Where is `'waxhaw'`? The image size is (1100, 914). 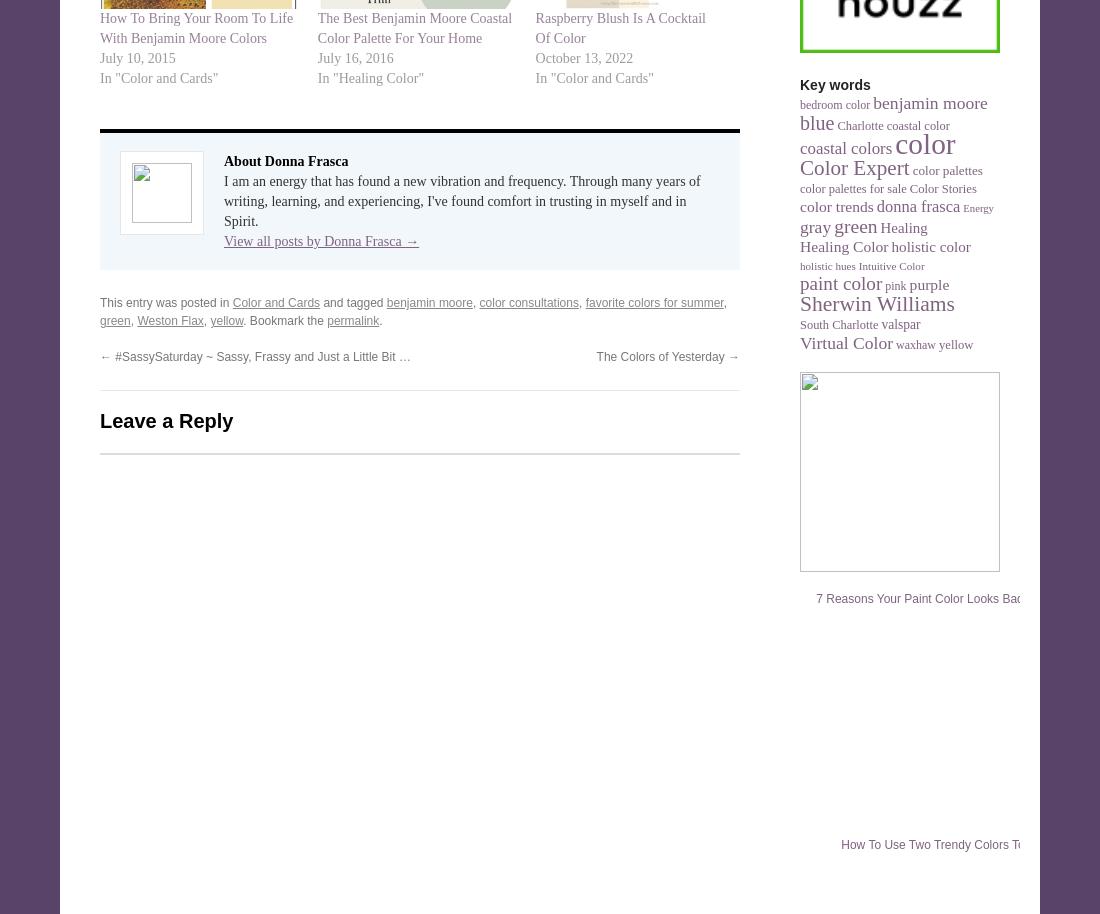
'waxhaw' is located at coordinates (895, 344).